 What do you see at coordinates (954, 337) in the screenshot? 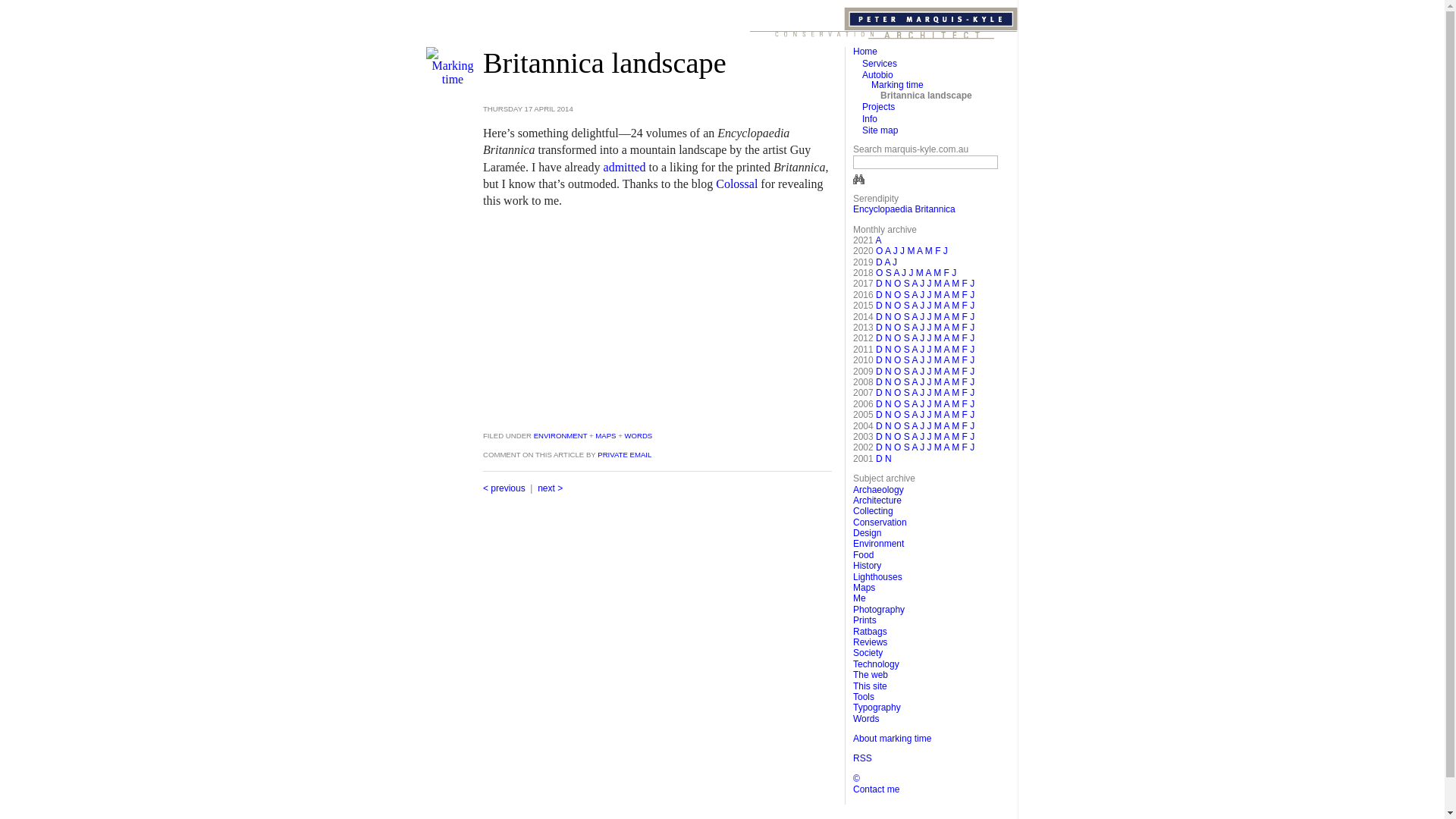
I see `'M'` at bounding box center [954, 337].